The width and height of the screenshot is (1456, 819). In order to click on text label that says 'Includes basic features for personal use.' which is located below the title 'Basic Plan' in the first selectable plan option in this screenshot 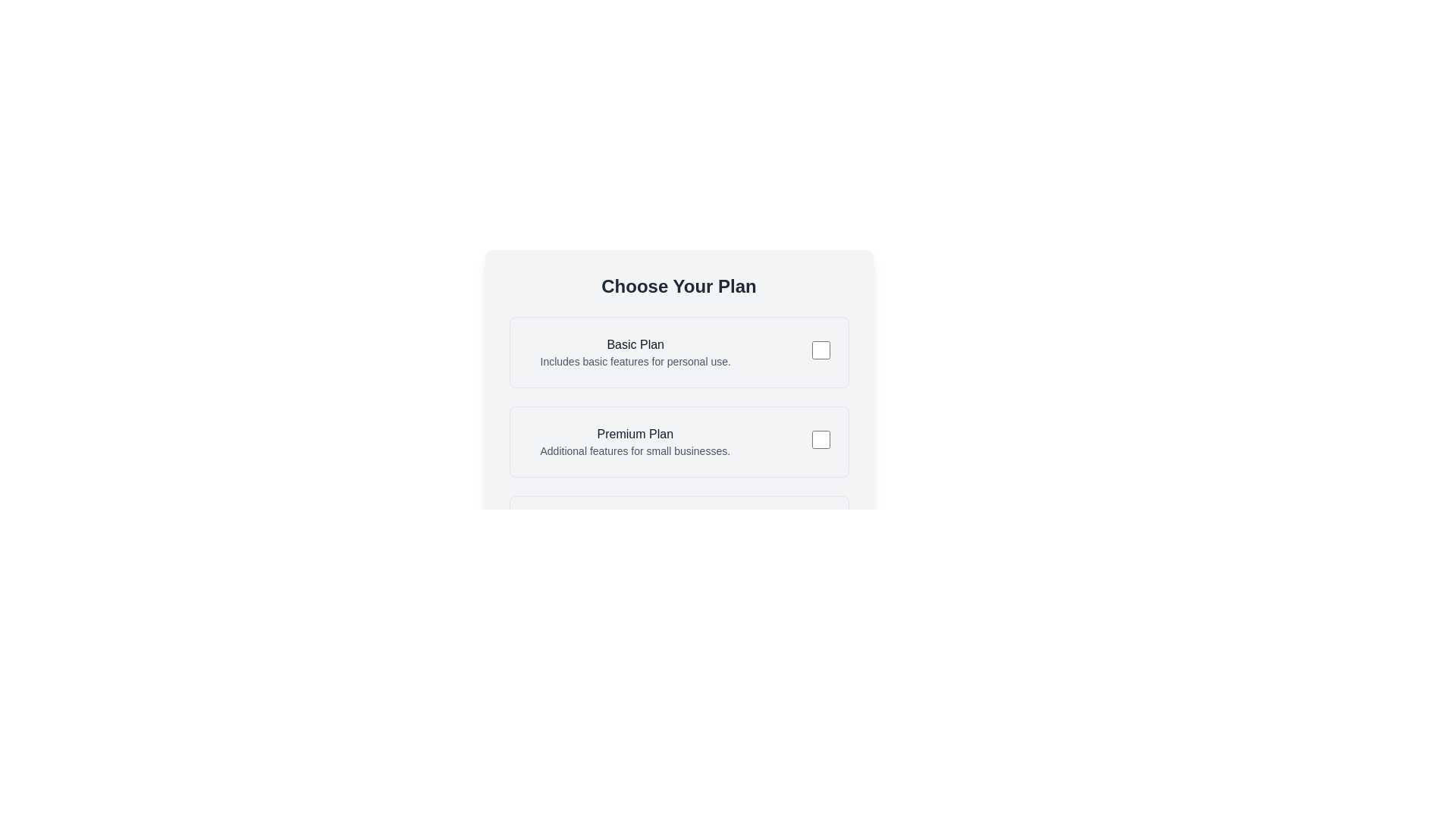, I will do `click(635, 362)`.